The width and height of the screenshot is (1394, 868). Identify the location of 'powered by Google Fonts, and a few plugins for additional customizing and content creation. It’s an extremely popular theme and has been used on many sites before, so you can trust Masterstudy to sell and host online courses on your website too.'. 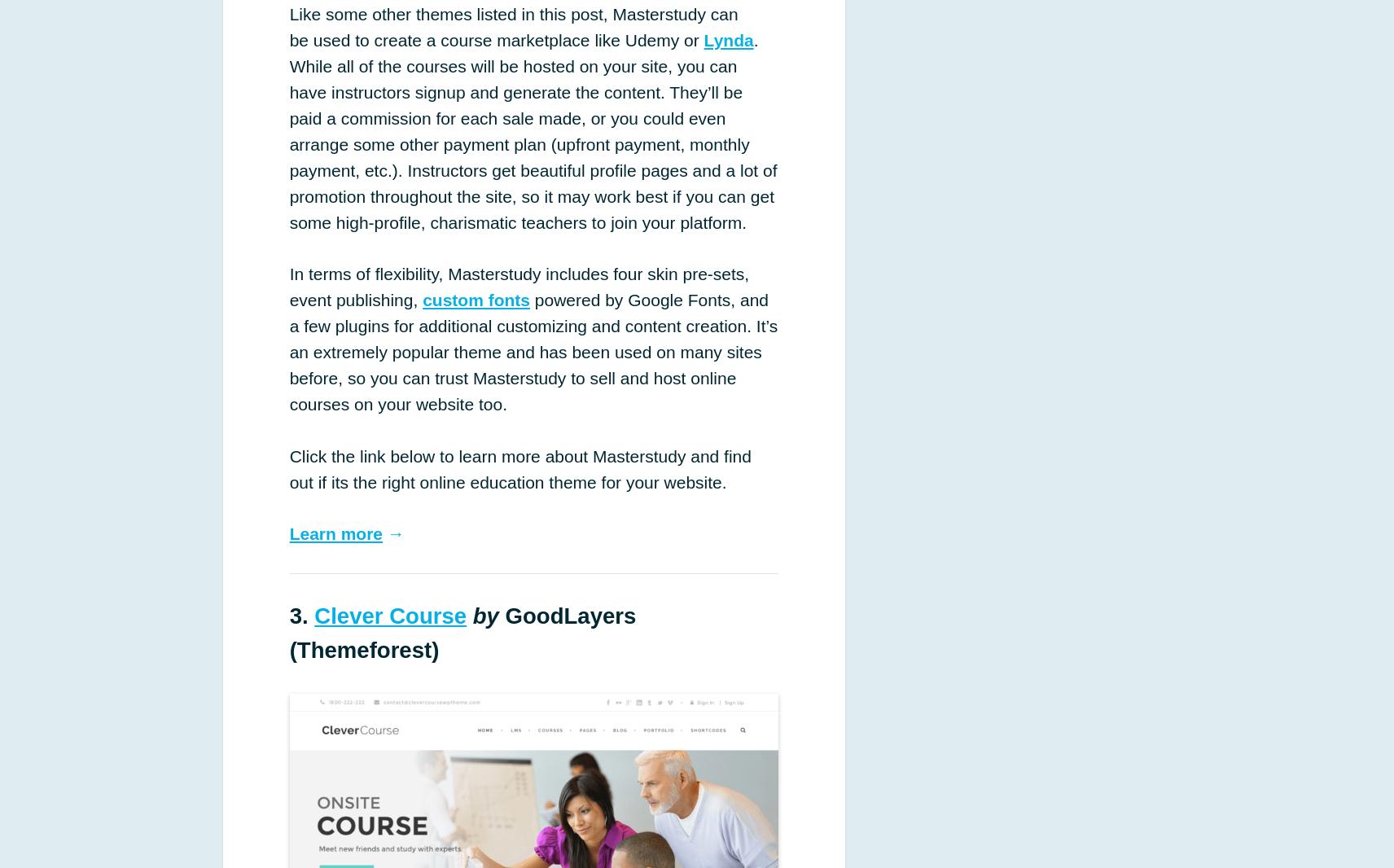
(533, 352).